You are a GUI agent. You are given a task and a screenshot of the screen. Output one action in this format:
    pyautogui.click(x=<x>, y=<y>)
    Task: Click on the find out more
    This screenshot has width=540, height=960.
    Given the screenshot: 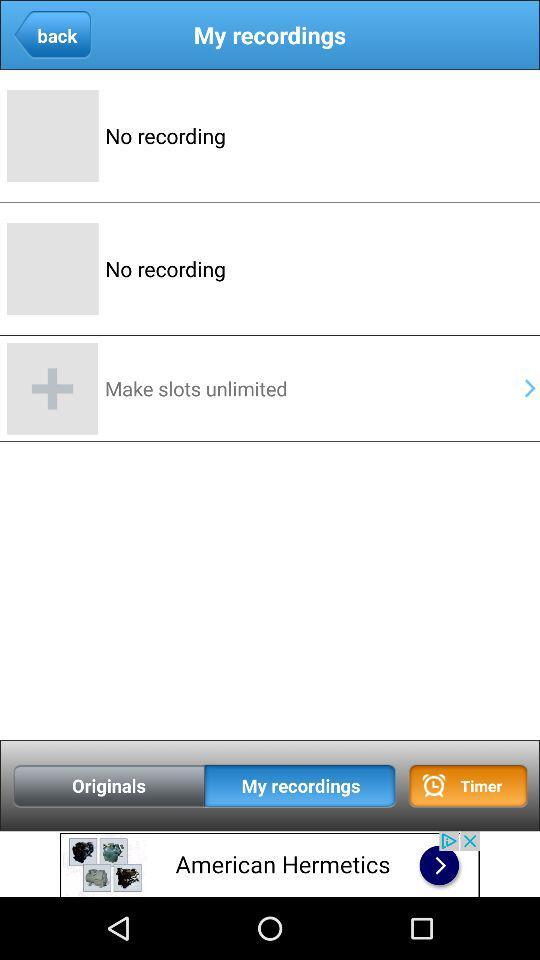 What is the action you would take?
    pyautogui.click(x=270, y=863)
    